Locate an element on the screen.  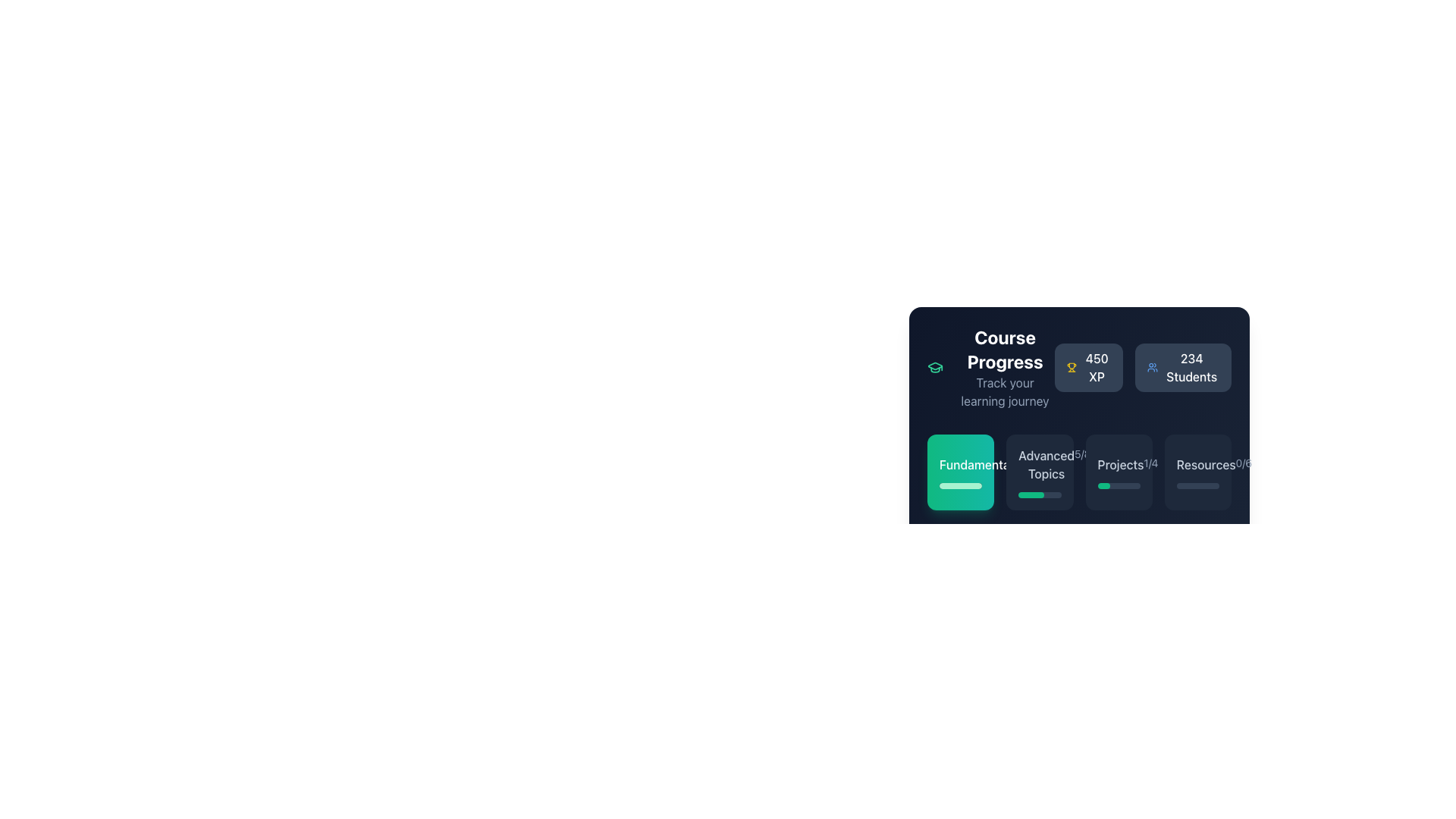
the progress tracker card is located at coordinates (1119, 472).